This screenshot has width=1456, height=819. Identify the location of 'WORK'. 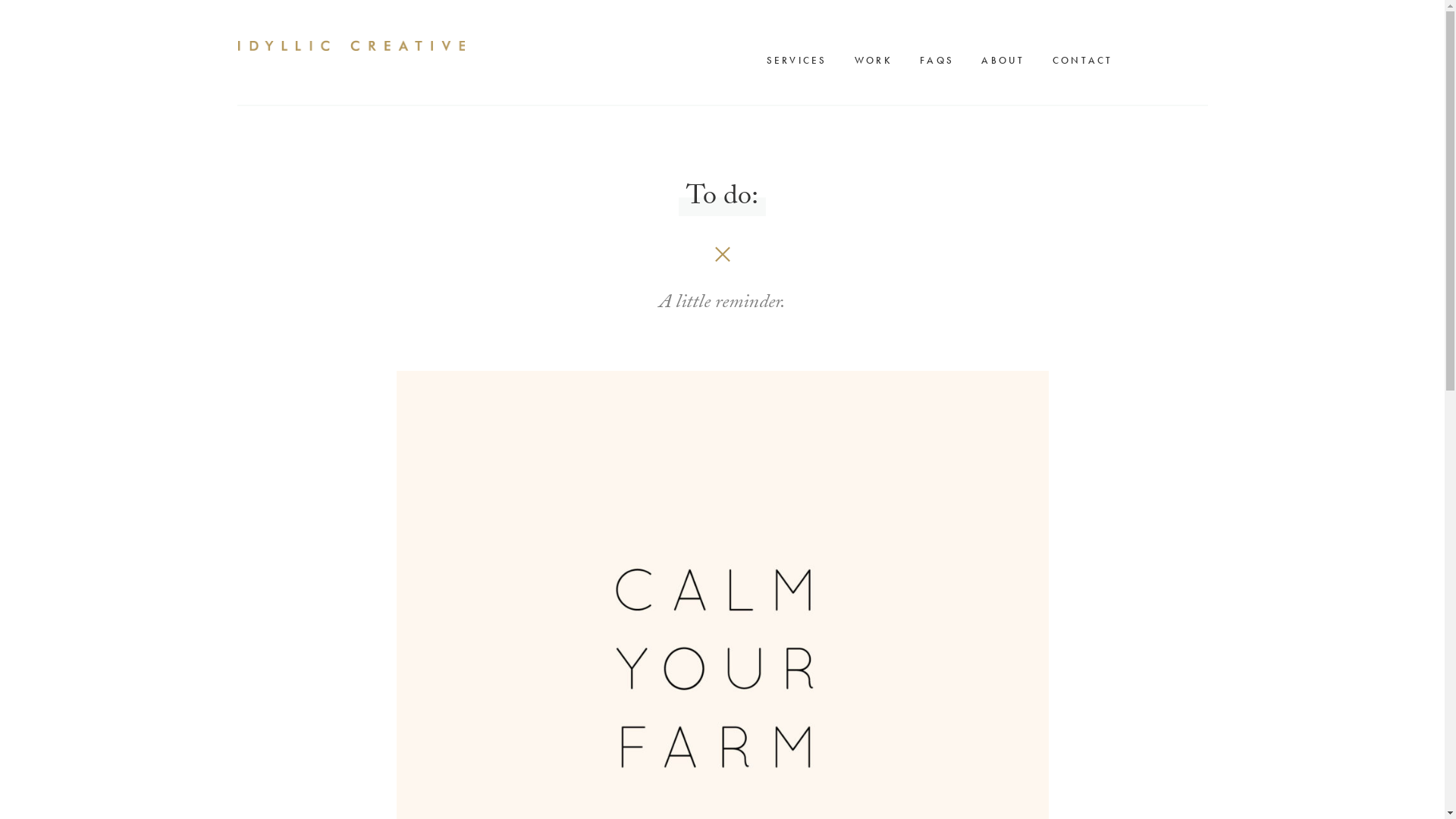
(846, 59).